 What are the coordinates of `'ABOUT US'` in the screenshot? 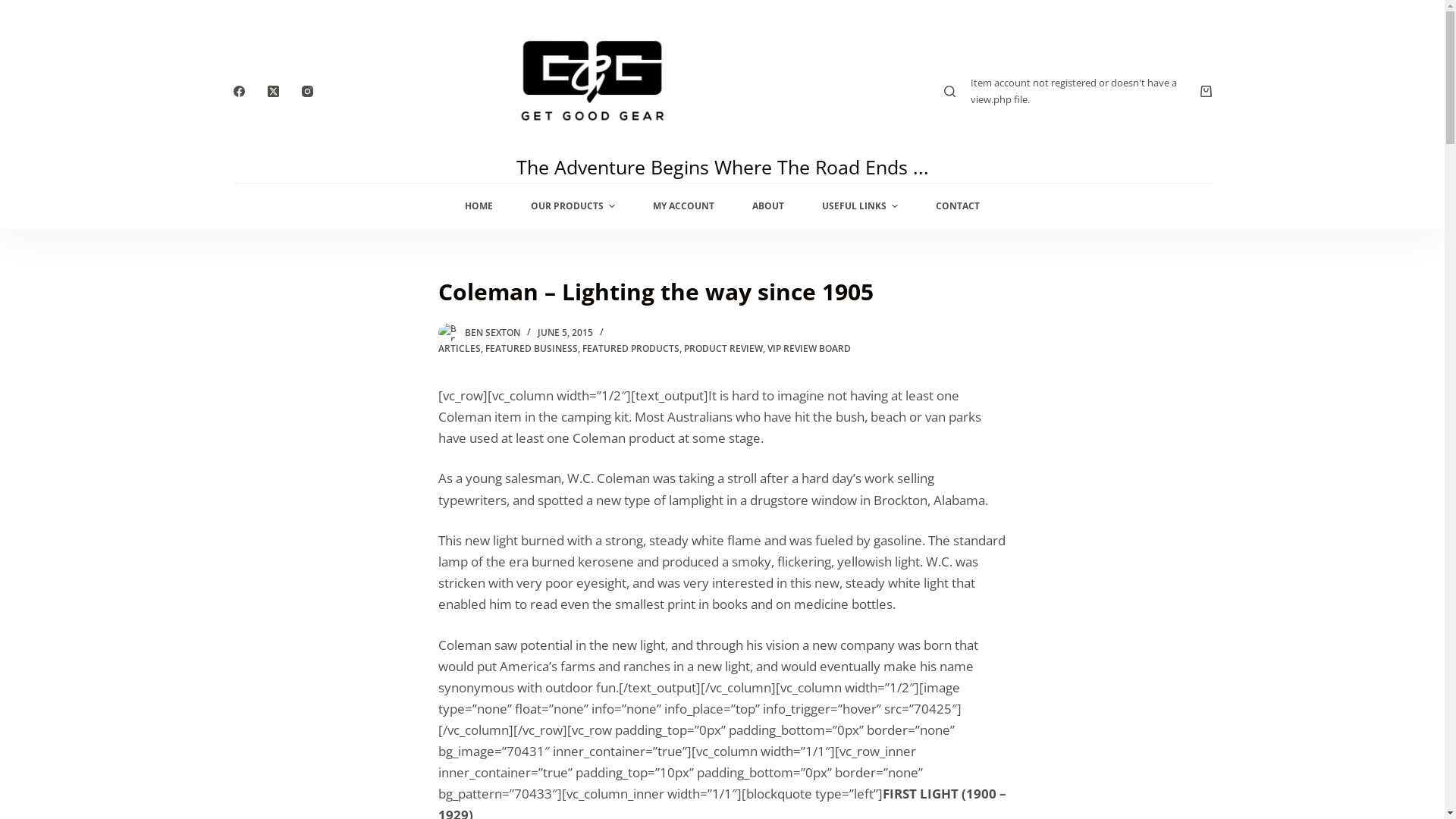 It's located at (1074, 415).